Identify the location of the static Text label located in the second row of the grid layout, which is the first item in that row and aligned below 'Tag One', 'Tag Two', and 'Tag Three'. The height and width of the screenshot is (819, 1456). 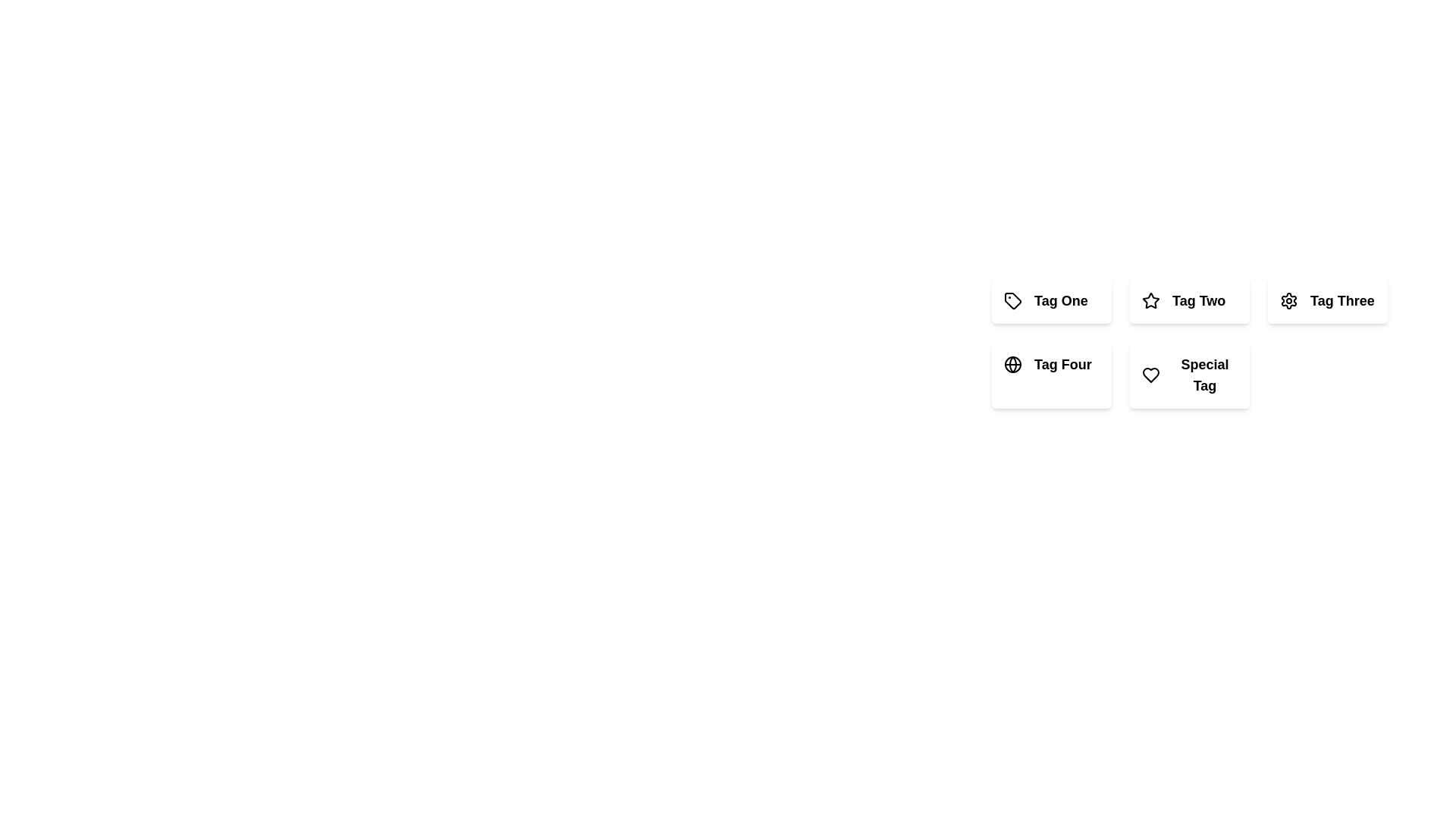
(1062, 365).